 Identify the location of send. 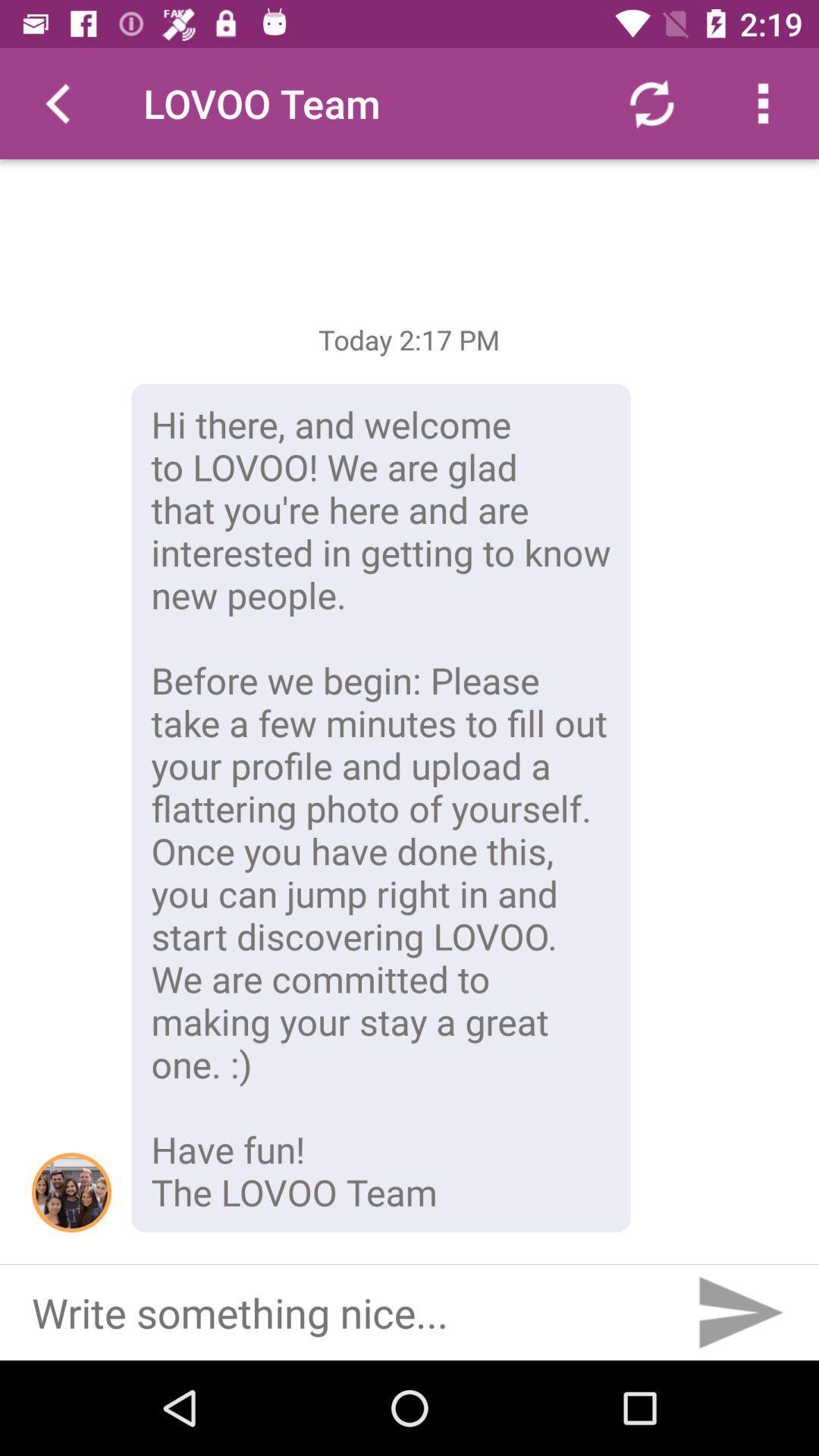
(739, 1312).